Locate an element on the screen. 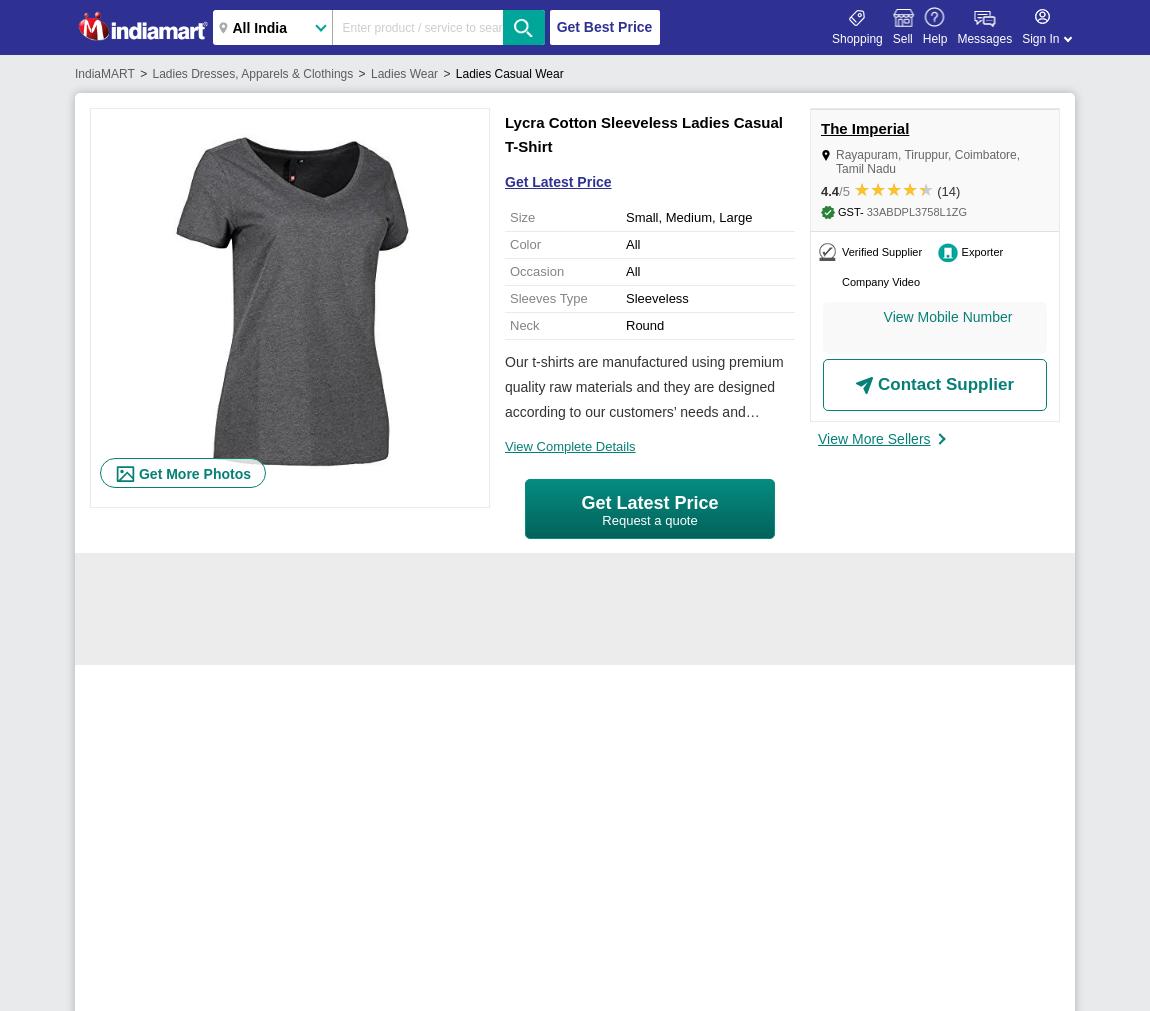 The width and height of the screenshot is (1150, 1011). '4.4' is located at coordinates (828, 191).